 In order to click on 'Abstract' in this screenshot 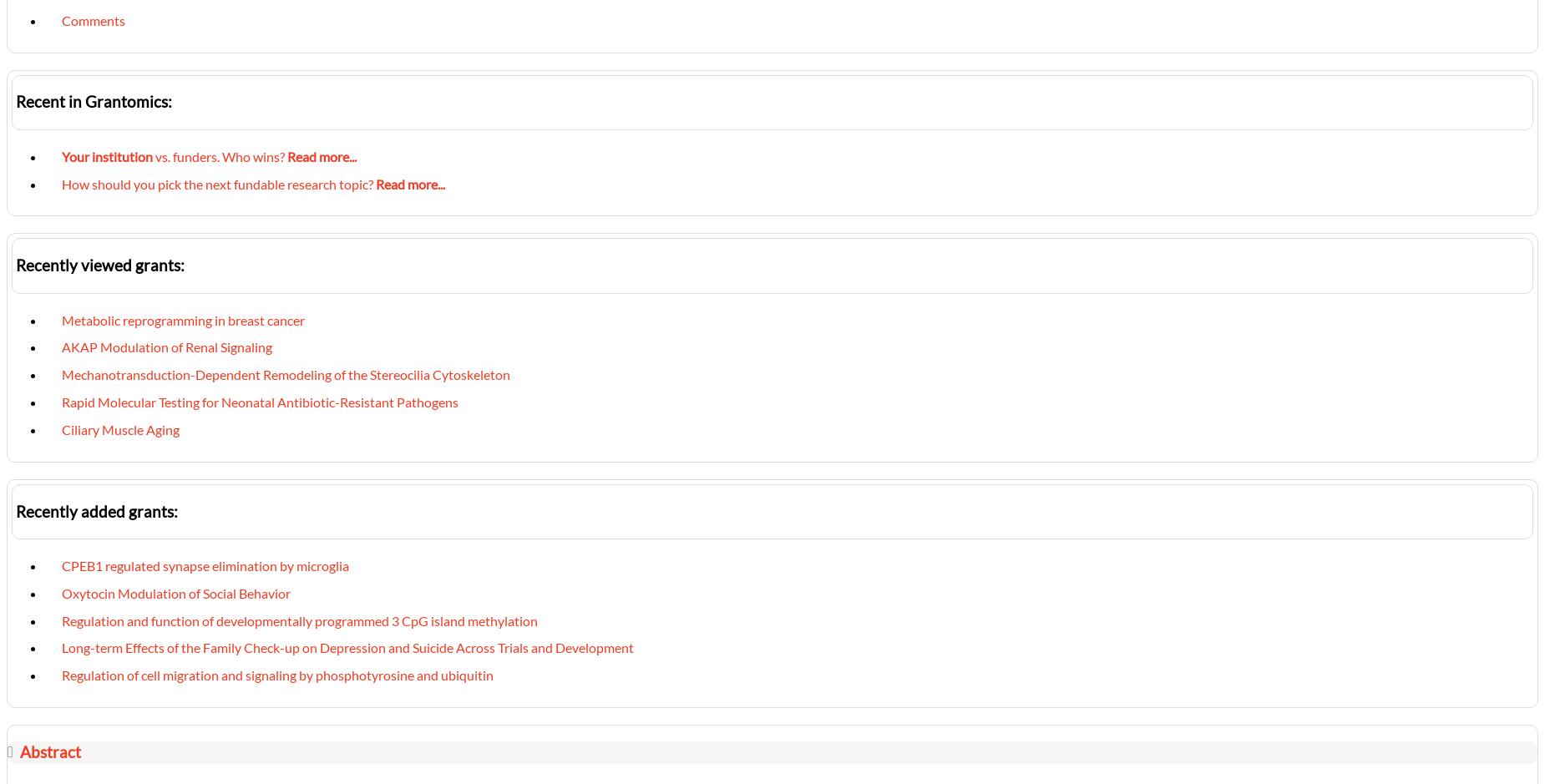, I will do `click(48, 751)`.